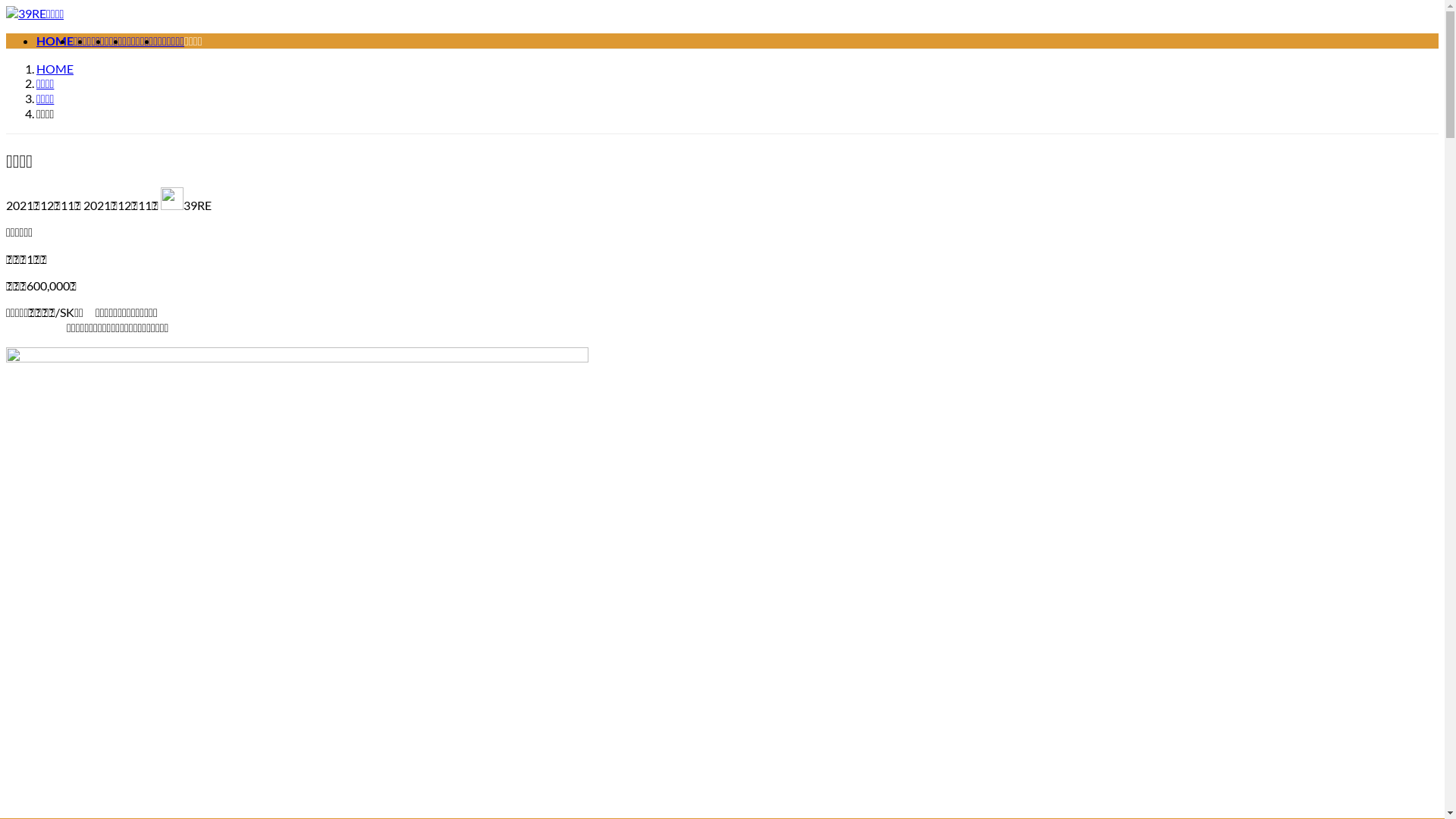 The height and width of the screenshot is (819, 1456). Describe the element at coordinates (55, 39) in the screenshot. I see `'HOME'` at that location.